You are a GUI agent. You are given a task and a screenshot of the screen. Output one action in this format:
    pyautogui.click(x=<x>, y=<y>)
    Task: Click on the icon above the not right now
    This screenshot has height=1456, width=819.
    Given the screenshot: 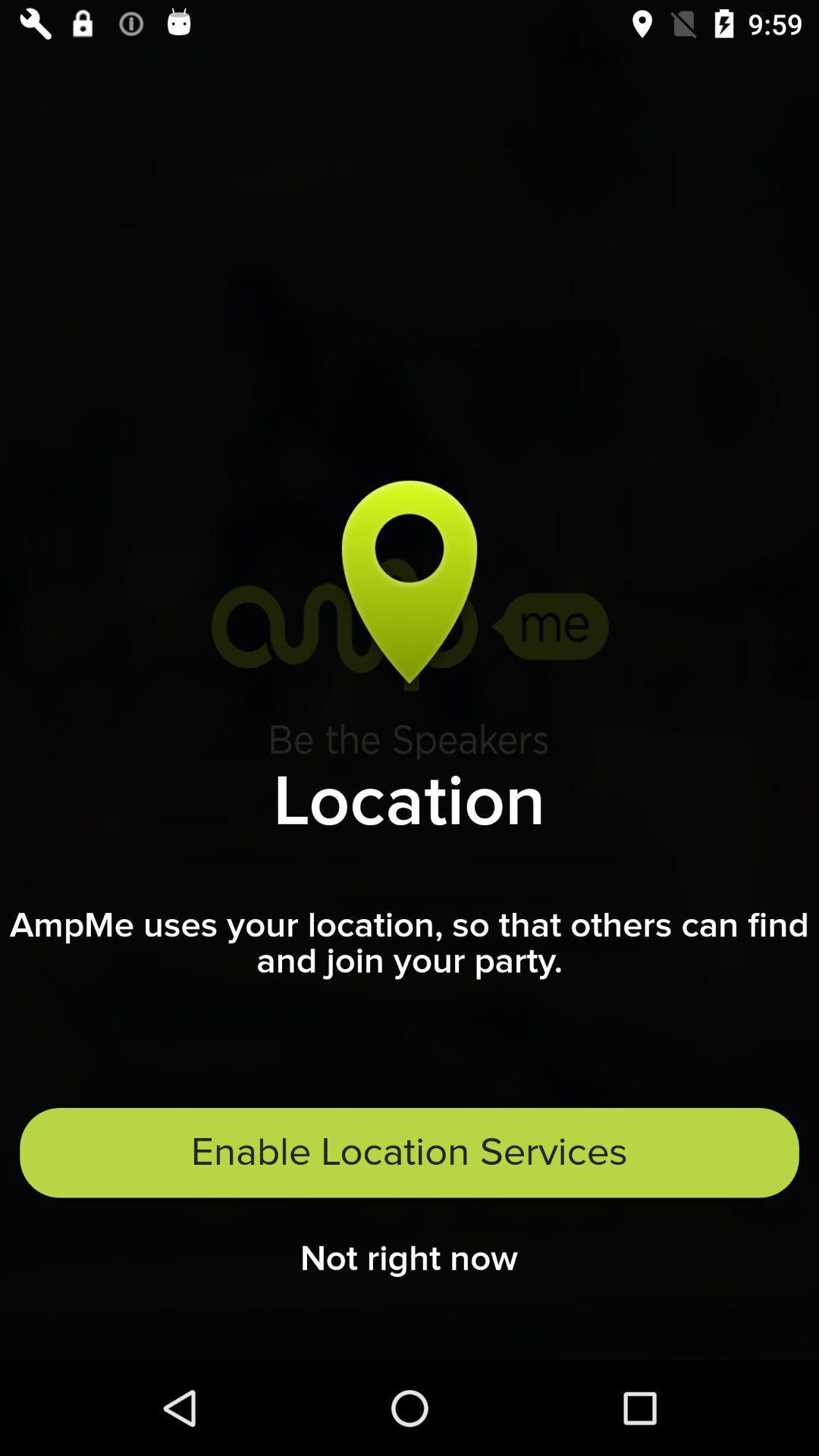 What is the action you would take?
    pyautogui.click(x=409, y=1153)
    